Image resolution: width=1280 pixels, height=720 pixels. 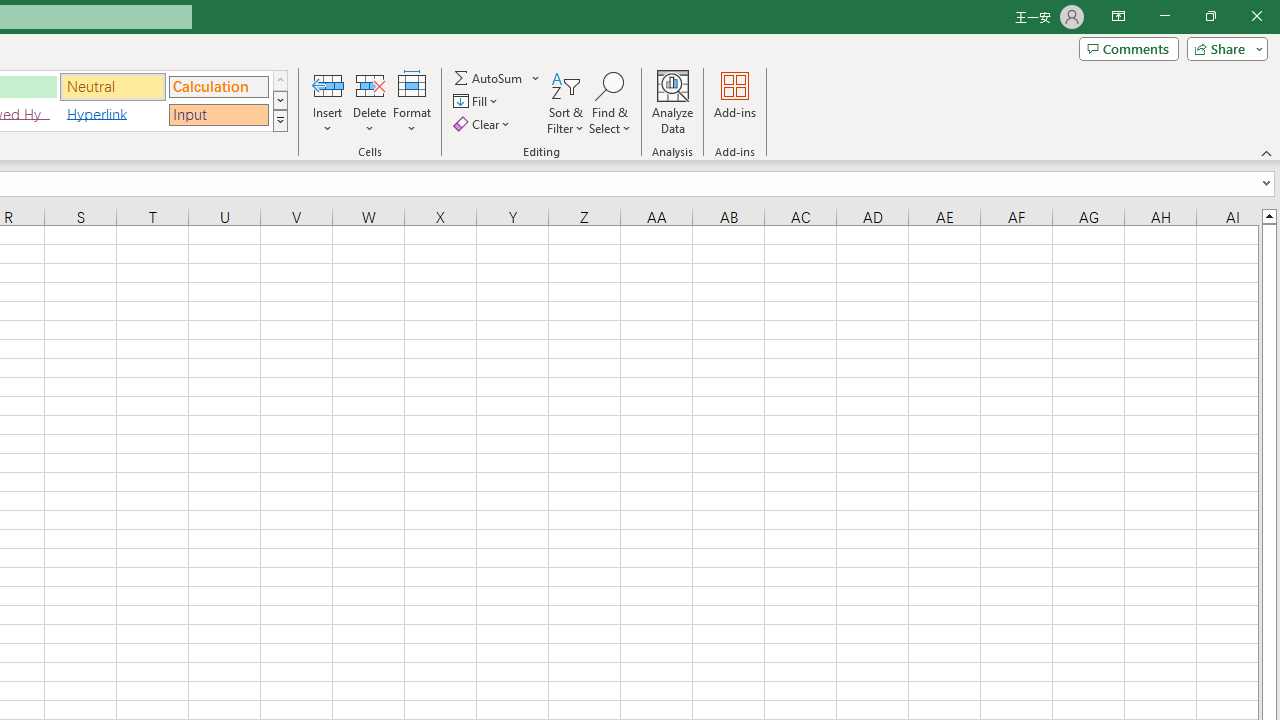 What do you see at coordinates (1268, 215) in the screenshot?
I see `'Line up'` at bounding box center [1268, 215].